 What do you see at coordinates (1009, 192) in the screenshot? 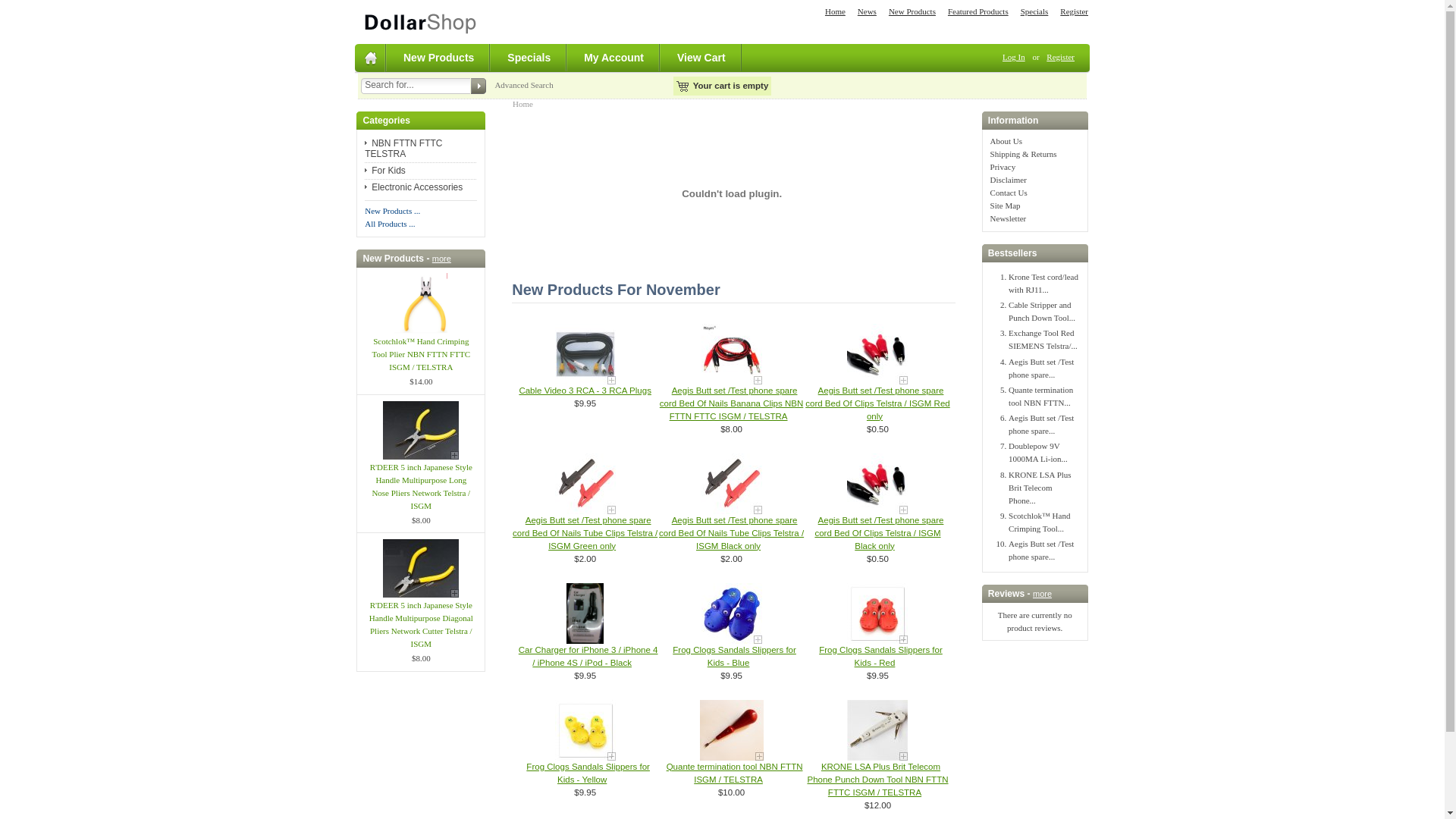
I see `'Contact Us'` at bounding box center [1009, 192].